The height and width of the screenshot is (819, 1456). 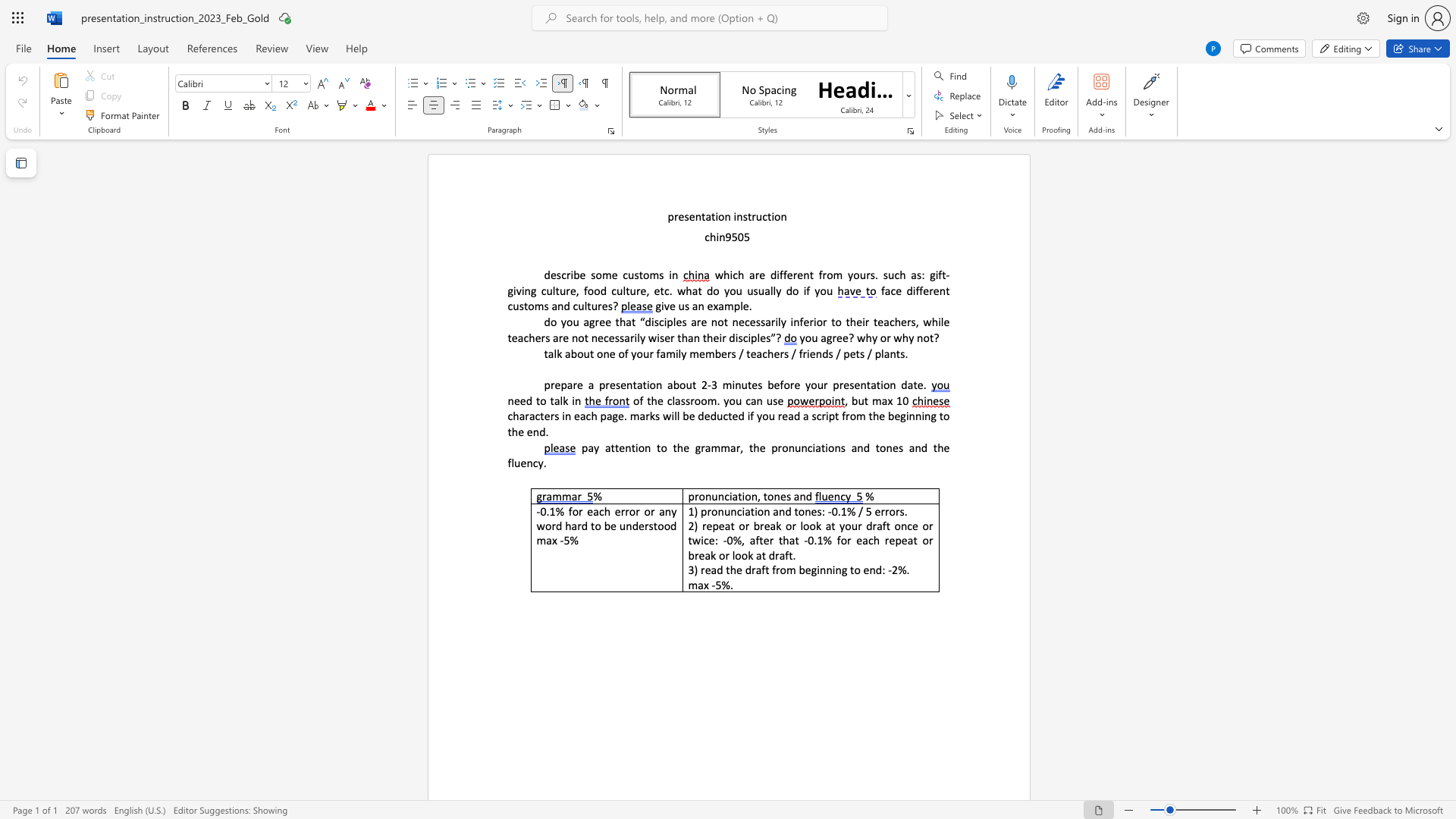 What do you see at coordinates (642, 384) in the screenshot?
I see `the subset text "tion a" within the text "prepare a presentation about 2"` at bounding box center [642, 384].